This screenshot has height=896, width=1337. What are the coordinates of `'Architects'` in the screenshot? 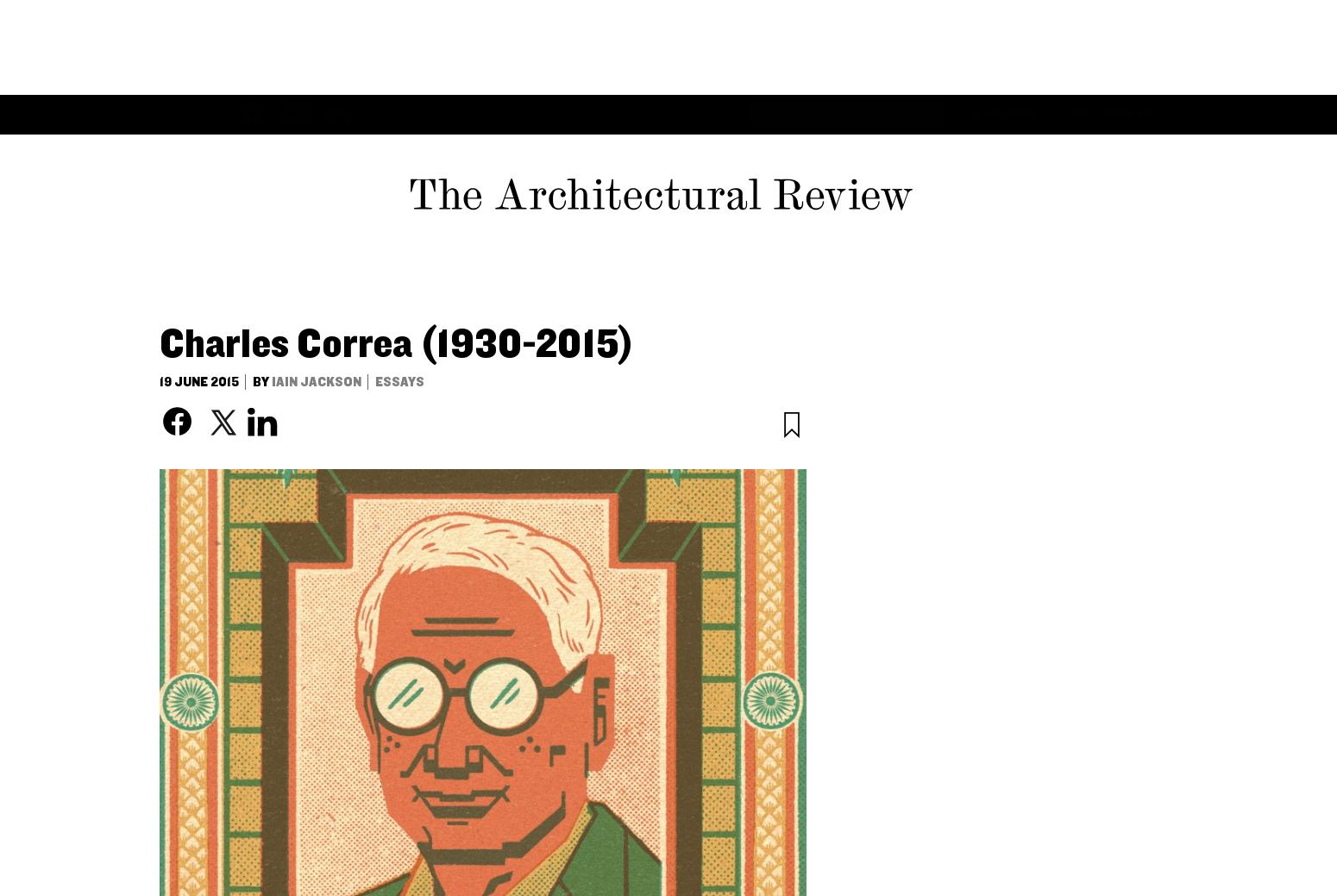 It's located at (472, 18).